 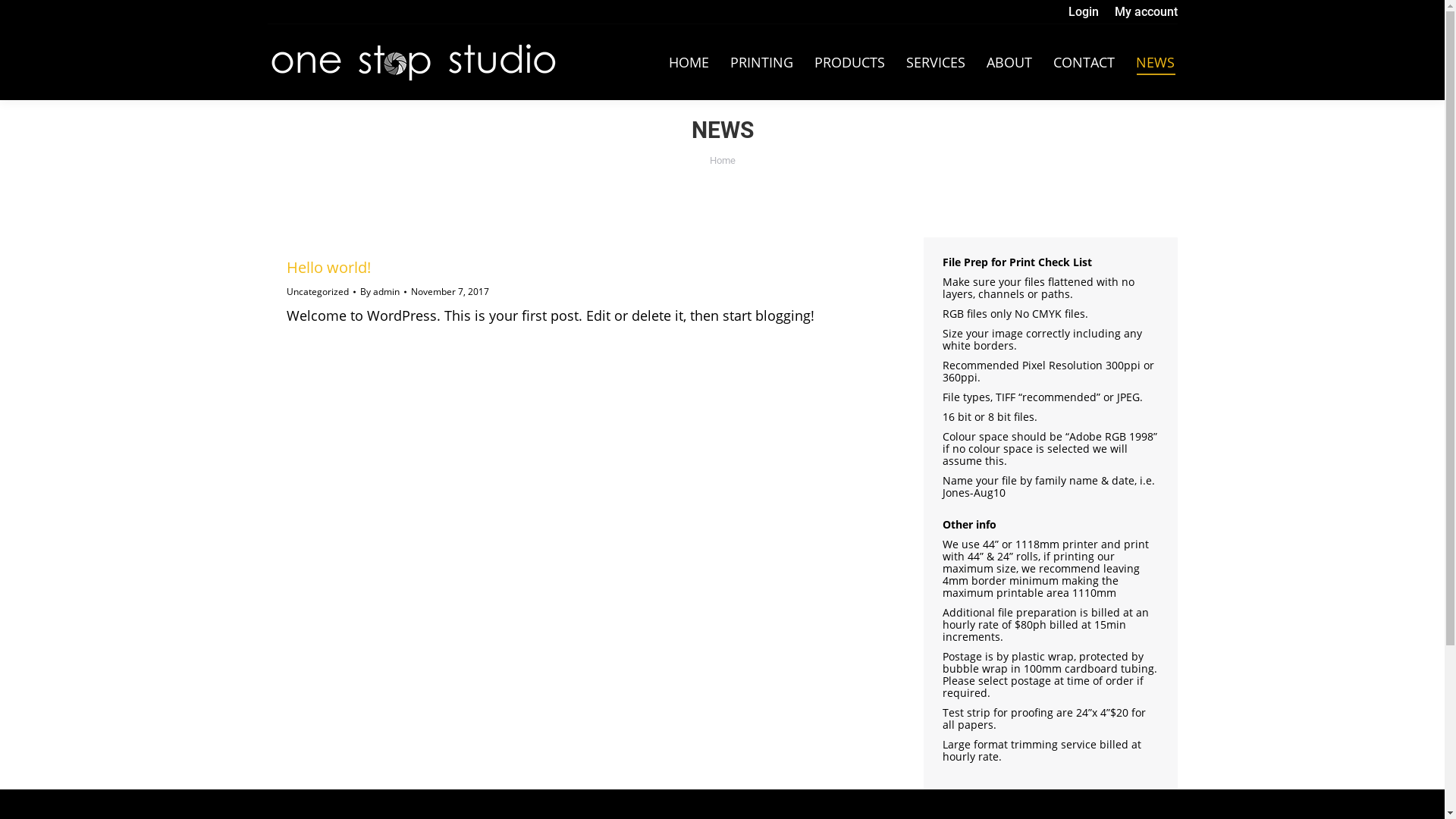 What do you see at coordinates (1114, 11) in the screenshot?
I see `'My account'` at bounding box center [1114, 11].